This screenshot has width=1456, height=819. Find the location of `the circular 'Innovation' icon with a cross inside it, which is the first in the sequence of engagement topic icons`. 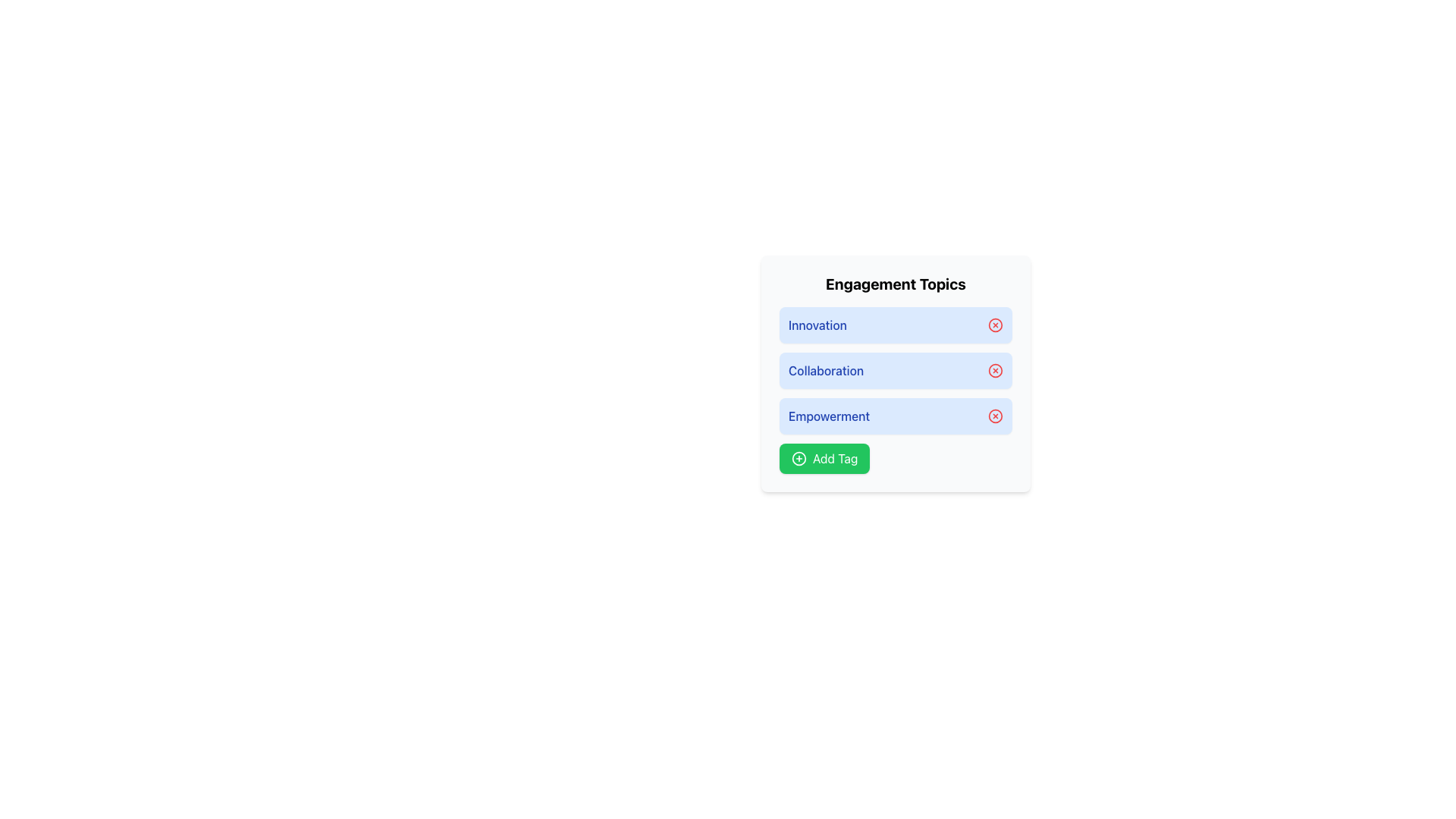

the circular 'Innovation' icon with a cross inside it, which is the first in the sequence of engagement topic icons is located at coordinates (996, 324).